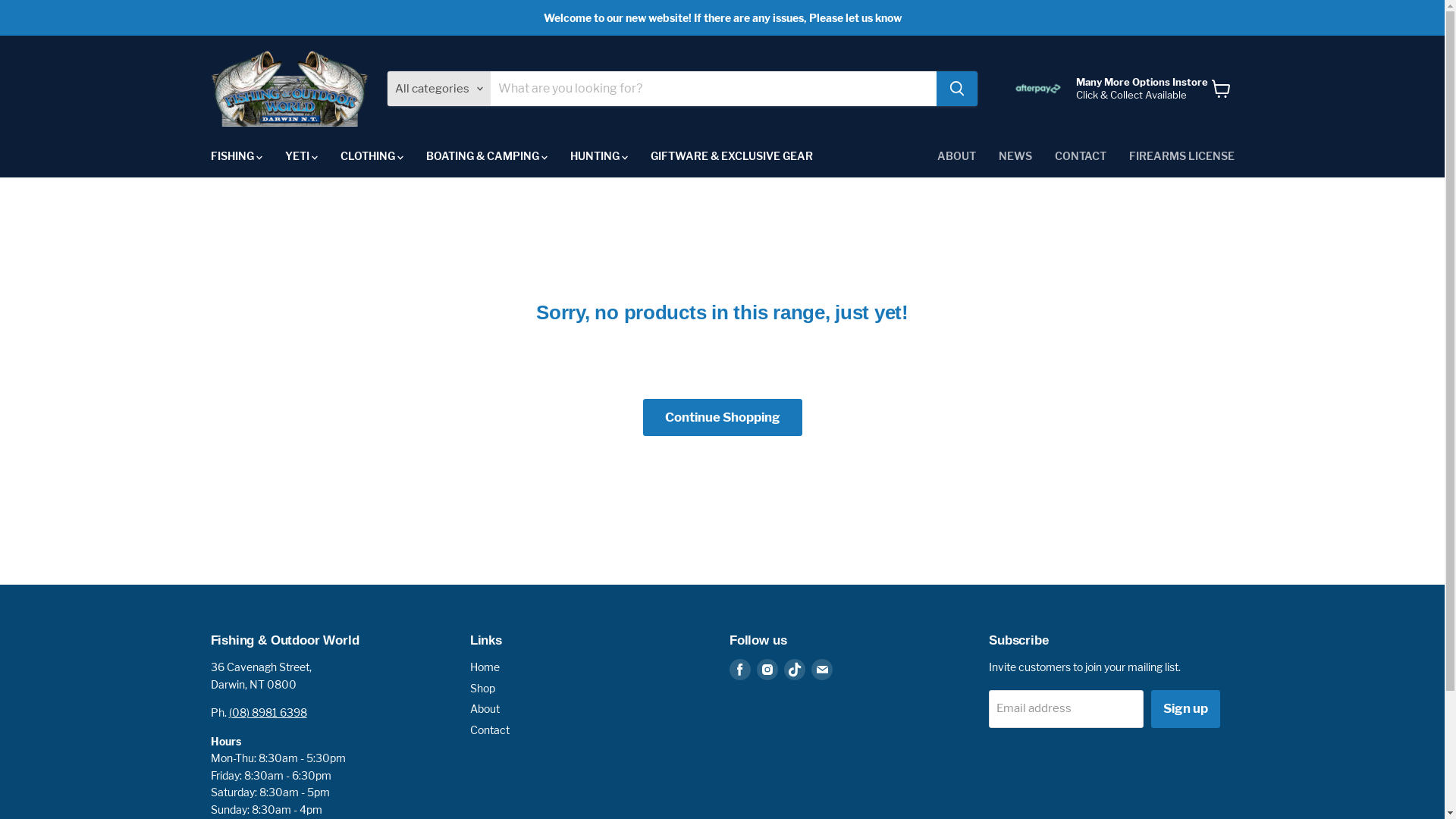 The height and width of the screenshot is (819, 1456). What do you see at coordinates (1043, 155) in the screenshot?
I see `'CONTACT'` at bounding box center [1043, 155].